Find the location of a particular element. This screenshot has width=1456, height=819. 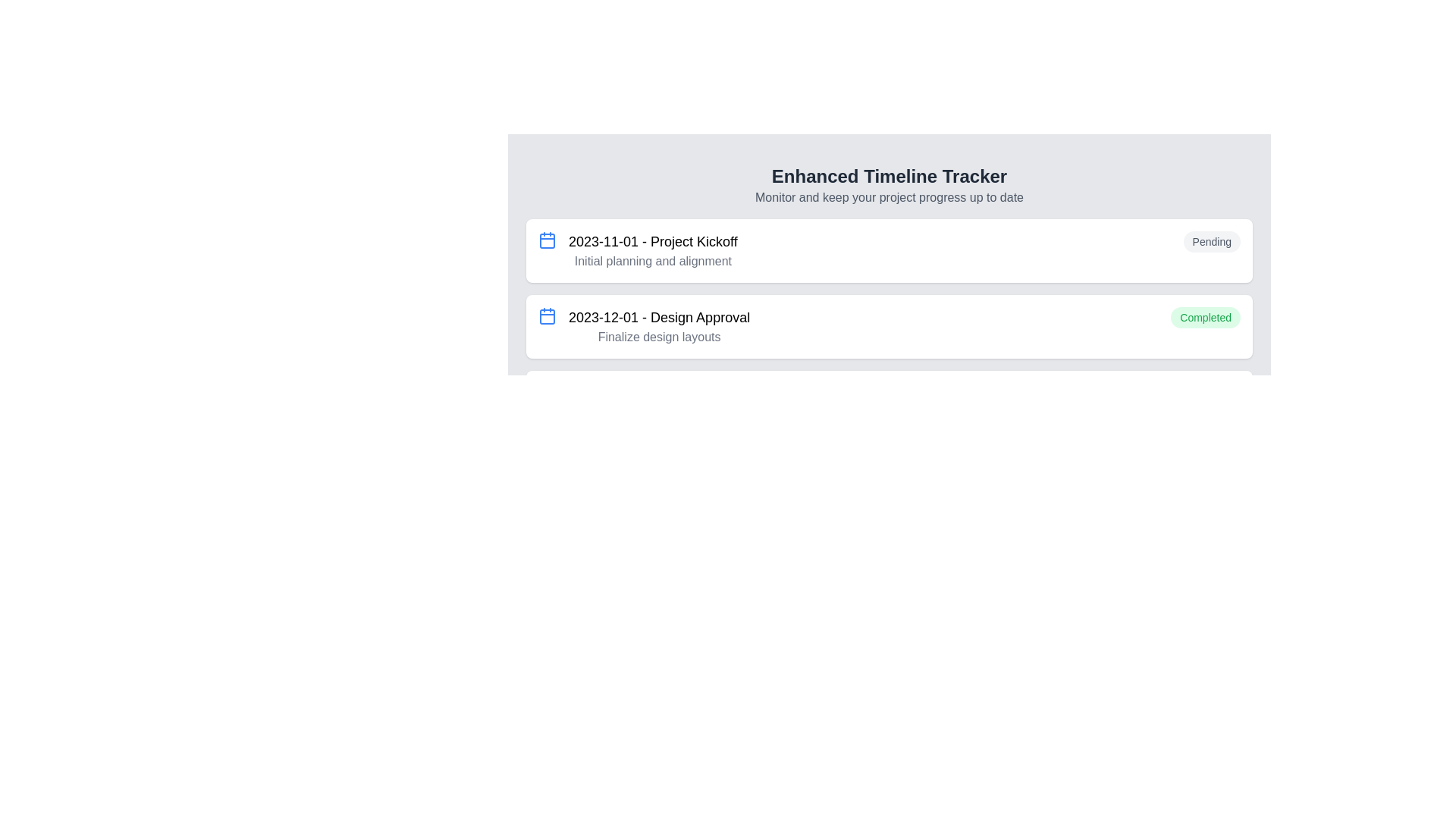

the multi-line text content that represents an event or task in the project tracking interface, located on the first card with a blue calendar icon on the left and 'Pending' status on the right is located at coordinates (653, 250).